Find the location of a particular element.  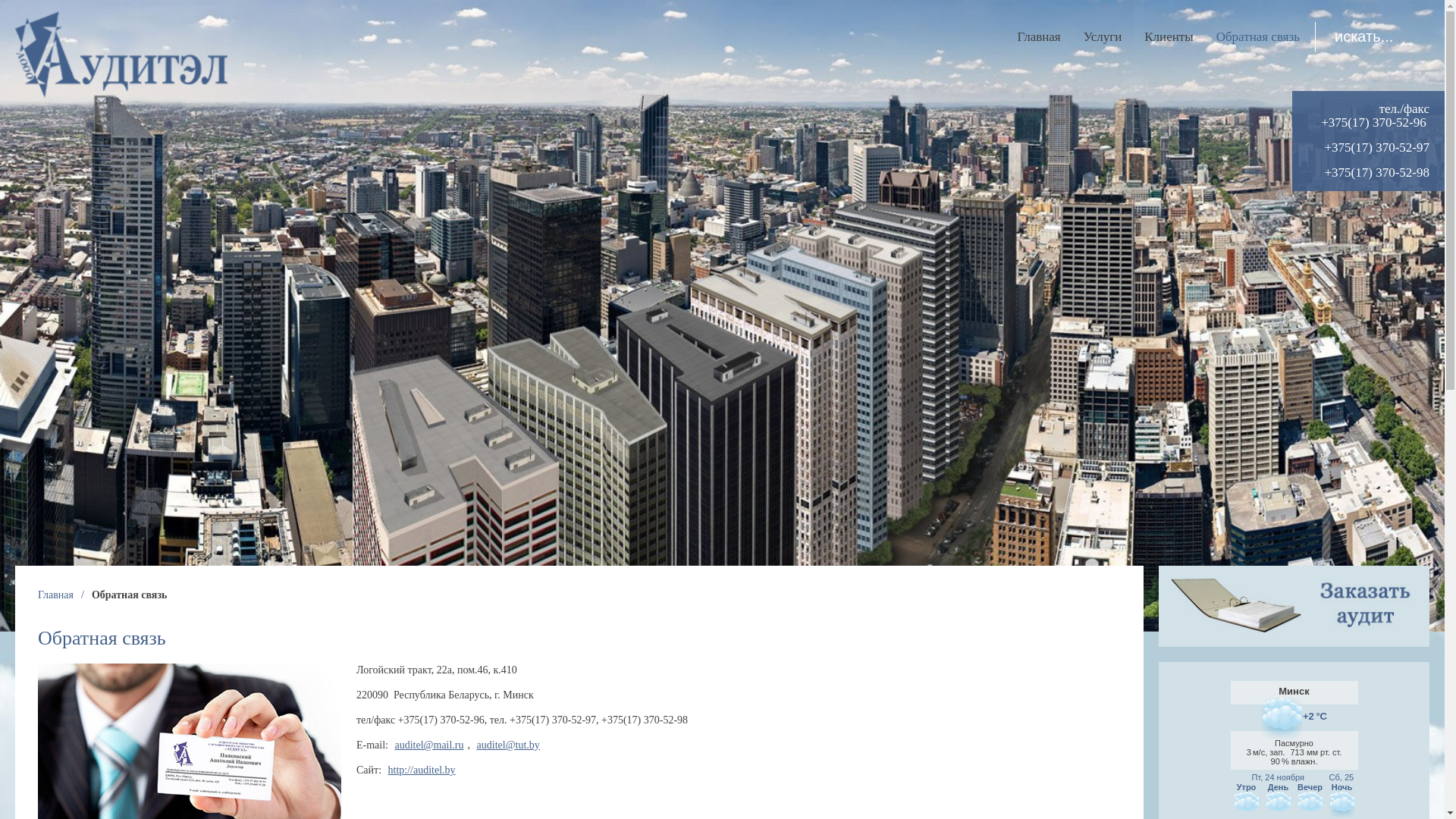

'auditel@tut.by' is located at coordinates (508, 744).